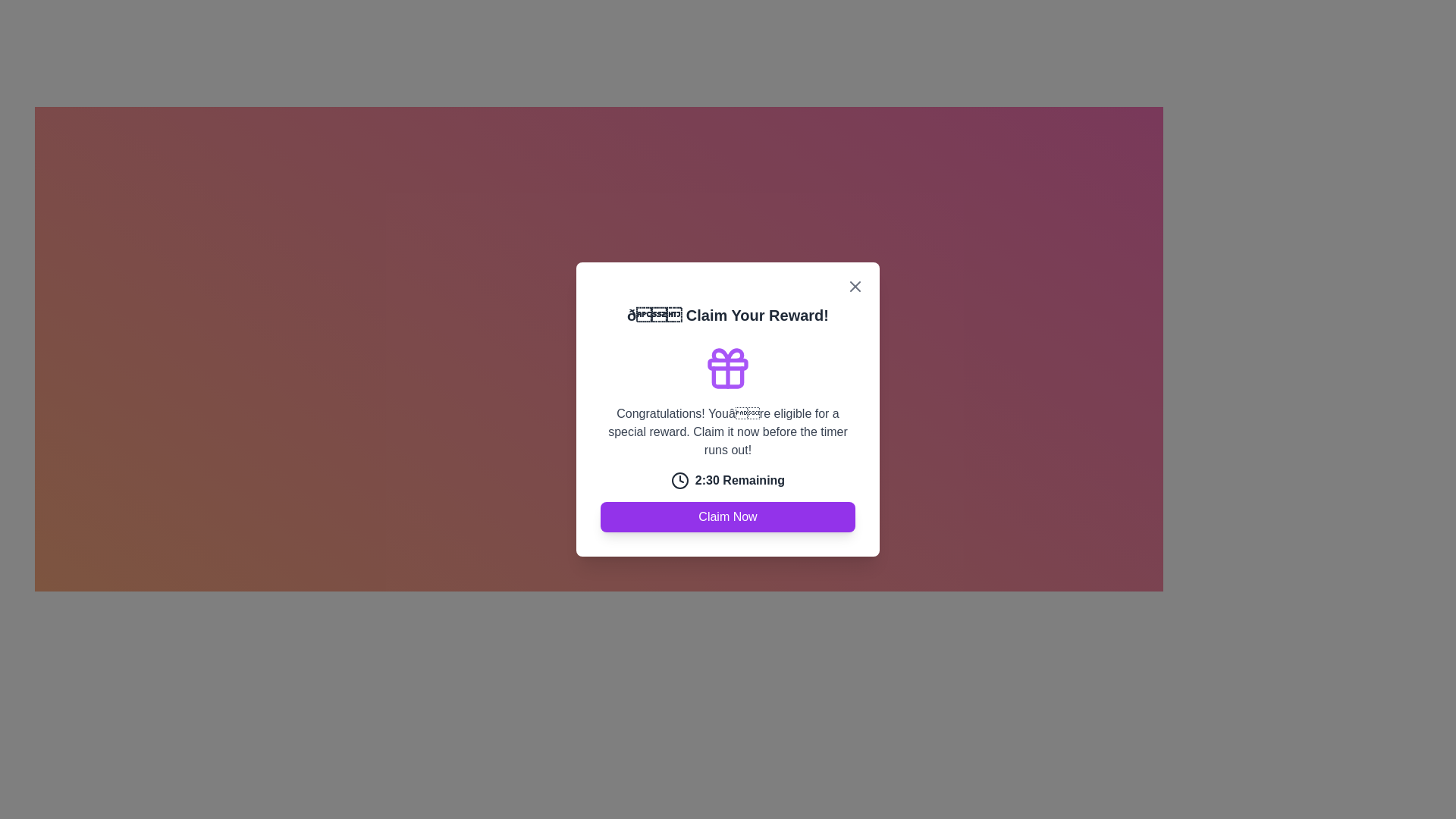 The image size is (1456, 819). I want to click on the Text Label with Icon displaying '2:30 Remaining' which is located in the lower half of the modal dialog box, directly below a textual message and above the 'Claim Now' button, so click(728, 480).